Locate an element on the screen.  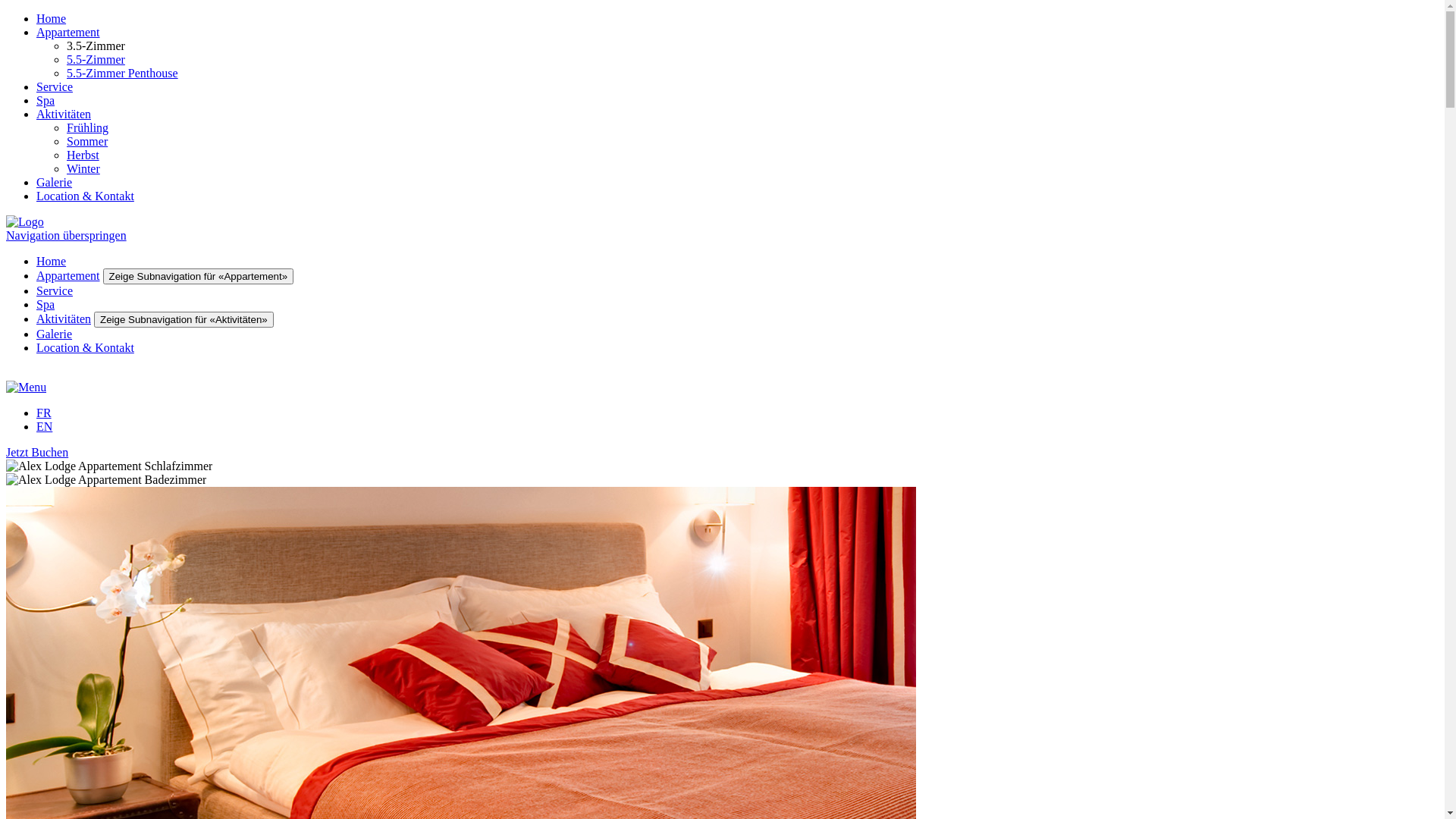
'Galerie' is located at coordinates (36, 181).